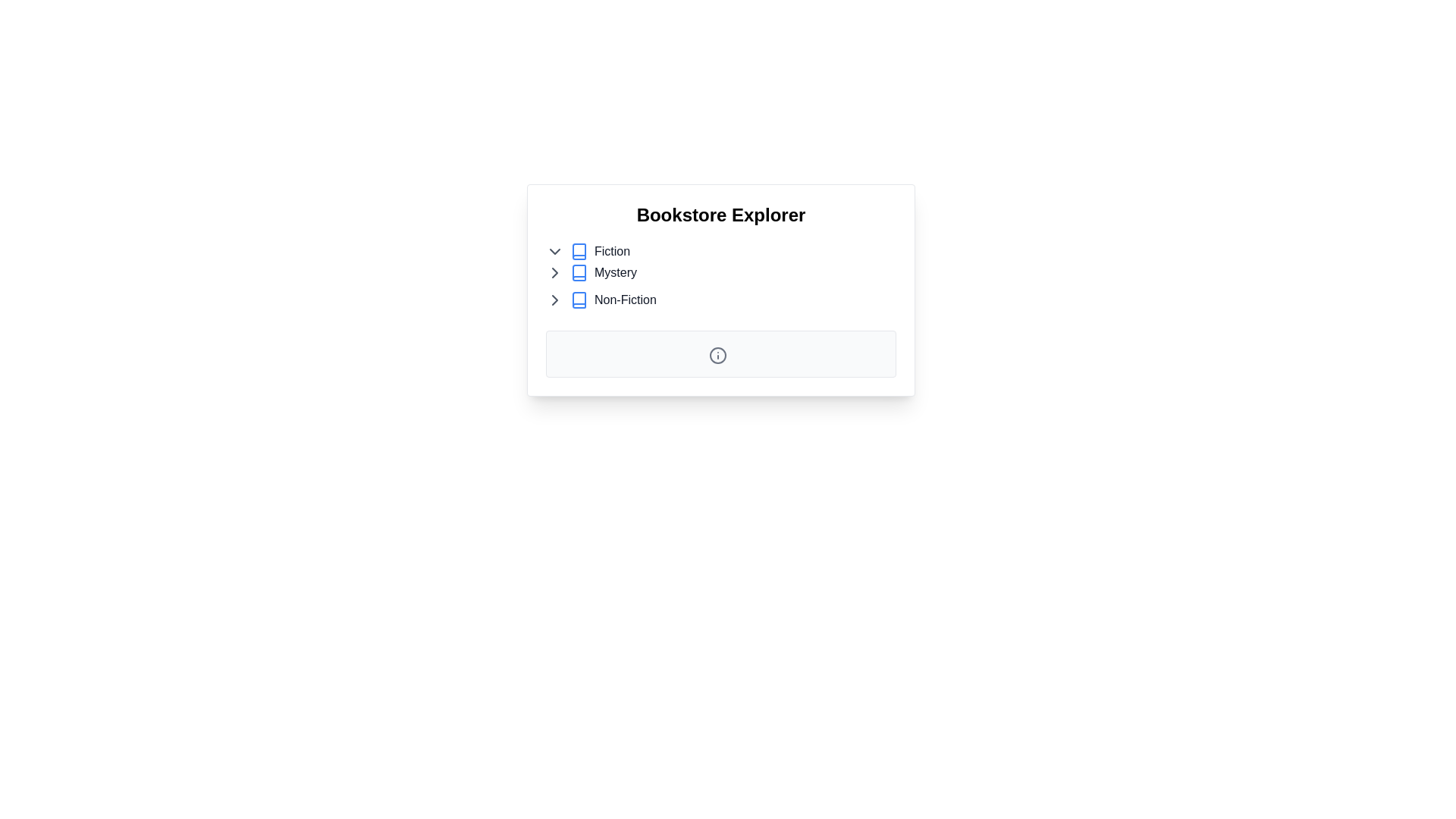 This screenshot has height=819, width=1456. What do you see at coordinates (578, 300) in the screenshot?
I see `the 'Non-Fiction' icon in the 'Bookstore Explorer' list by clicking it` at bounding box center [578, 300].